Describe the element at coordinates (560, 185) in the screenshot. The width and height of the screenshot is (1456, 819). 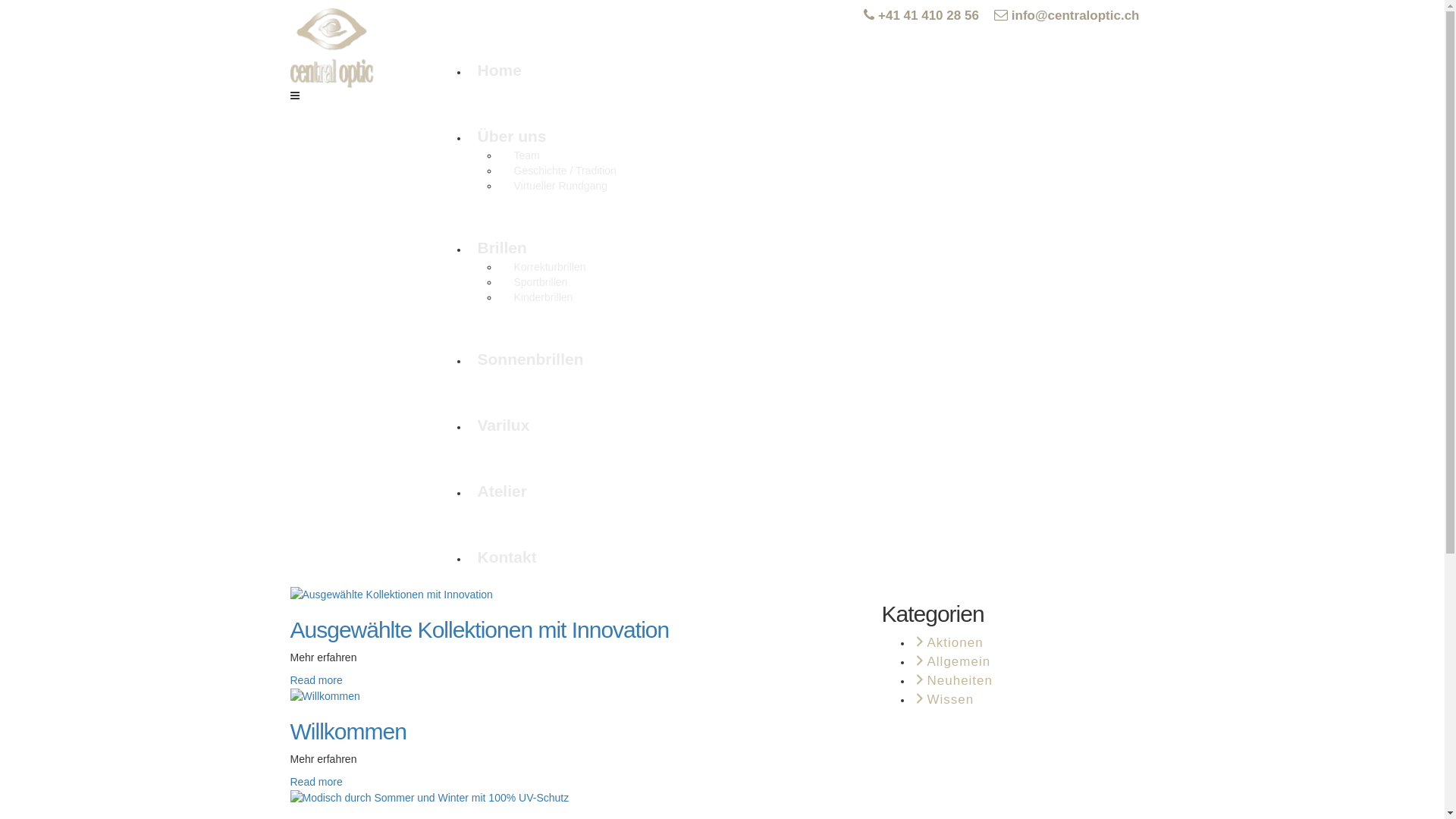
I see `'Virtueller Rundgang'` at that location.